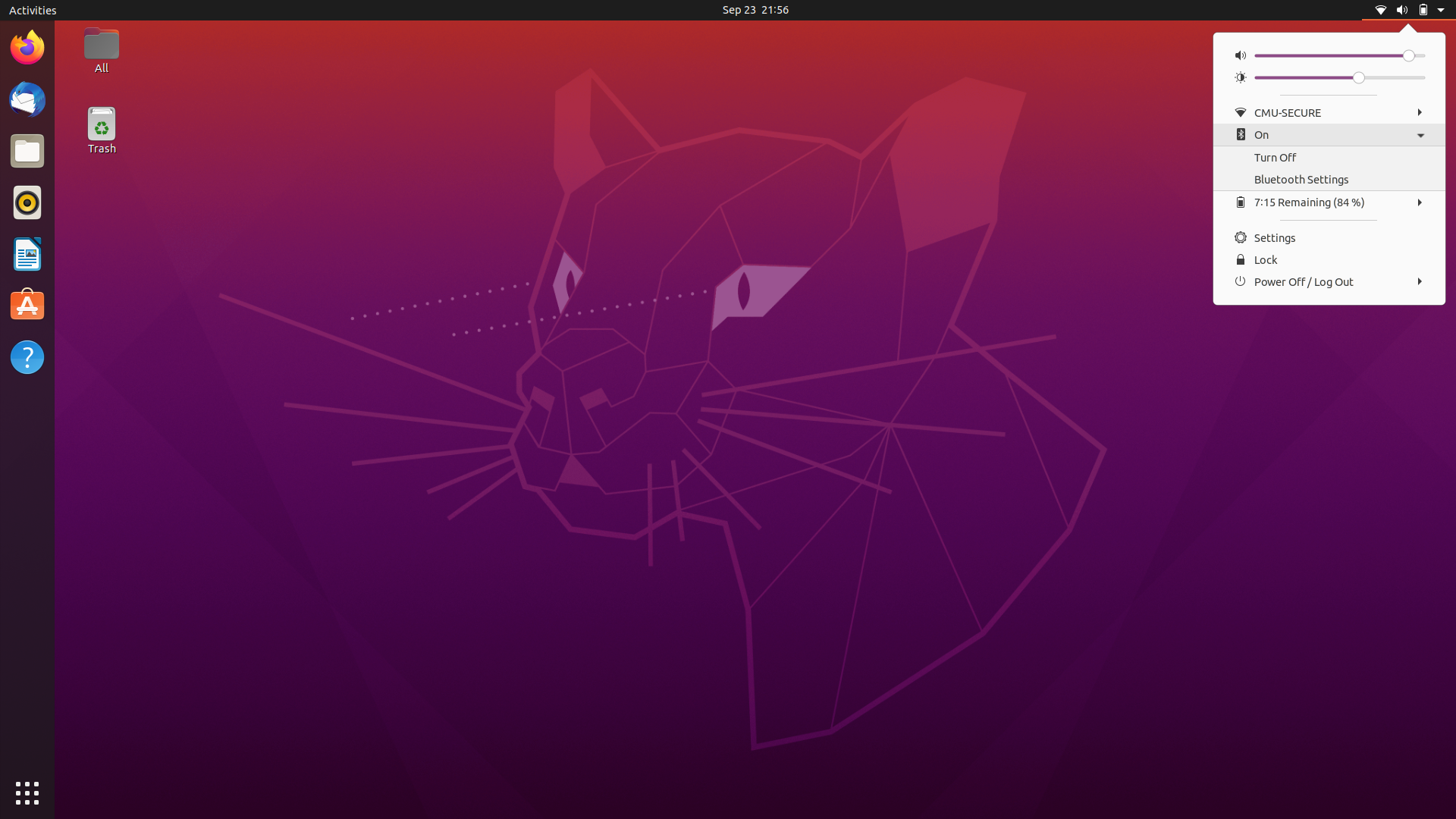  Describe the element at coordinates (27, 99) in the screenshot. I see `Mail App` at that location.